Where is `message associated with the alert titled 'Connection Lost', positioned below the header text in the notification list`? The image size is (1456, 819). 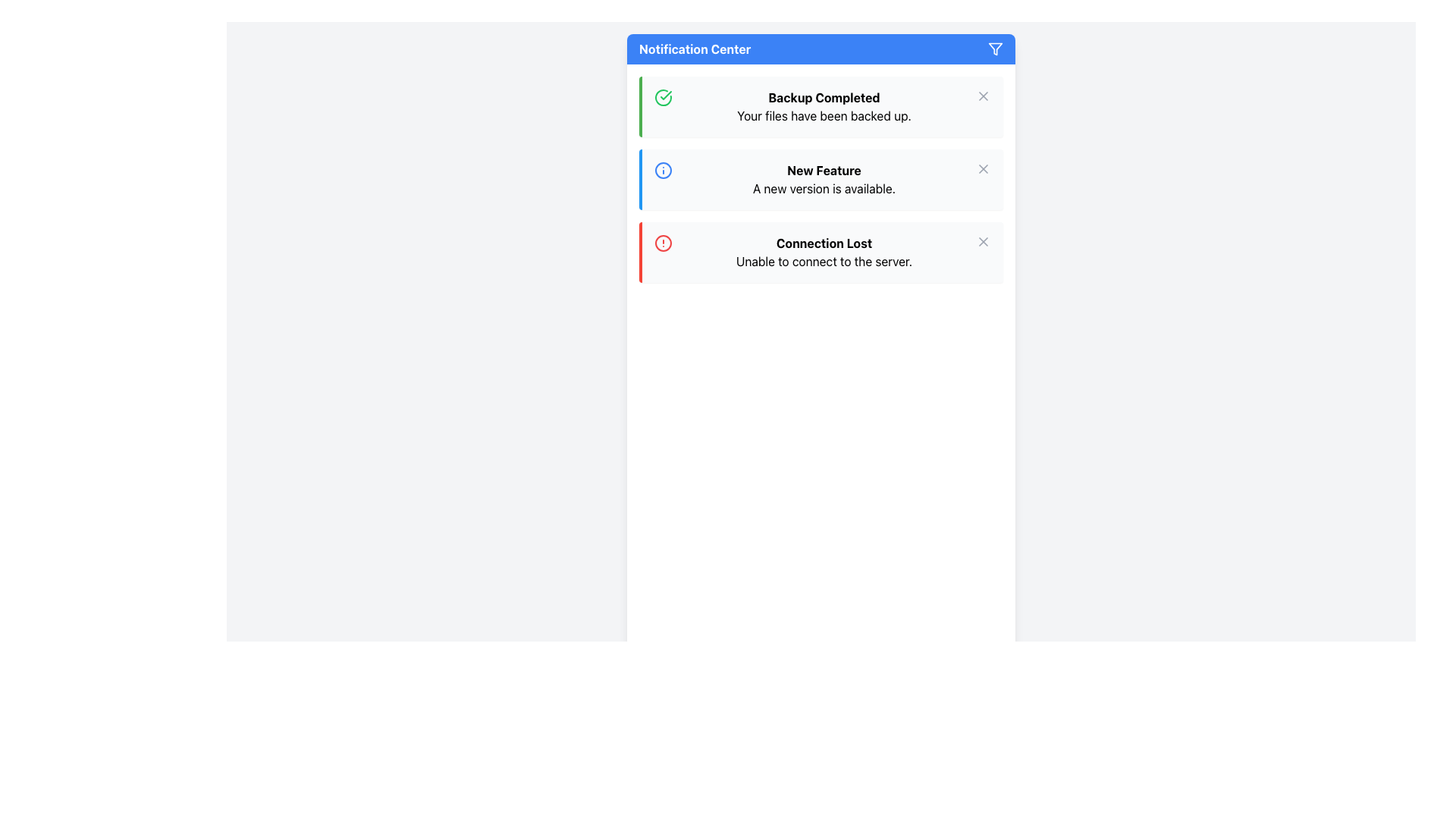
message associated with the alert titled 'Connection Lost', positioned below the header text in the notification list is located at coordinates (823, 260).